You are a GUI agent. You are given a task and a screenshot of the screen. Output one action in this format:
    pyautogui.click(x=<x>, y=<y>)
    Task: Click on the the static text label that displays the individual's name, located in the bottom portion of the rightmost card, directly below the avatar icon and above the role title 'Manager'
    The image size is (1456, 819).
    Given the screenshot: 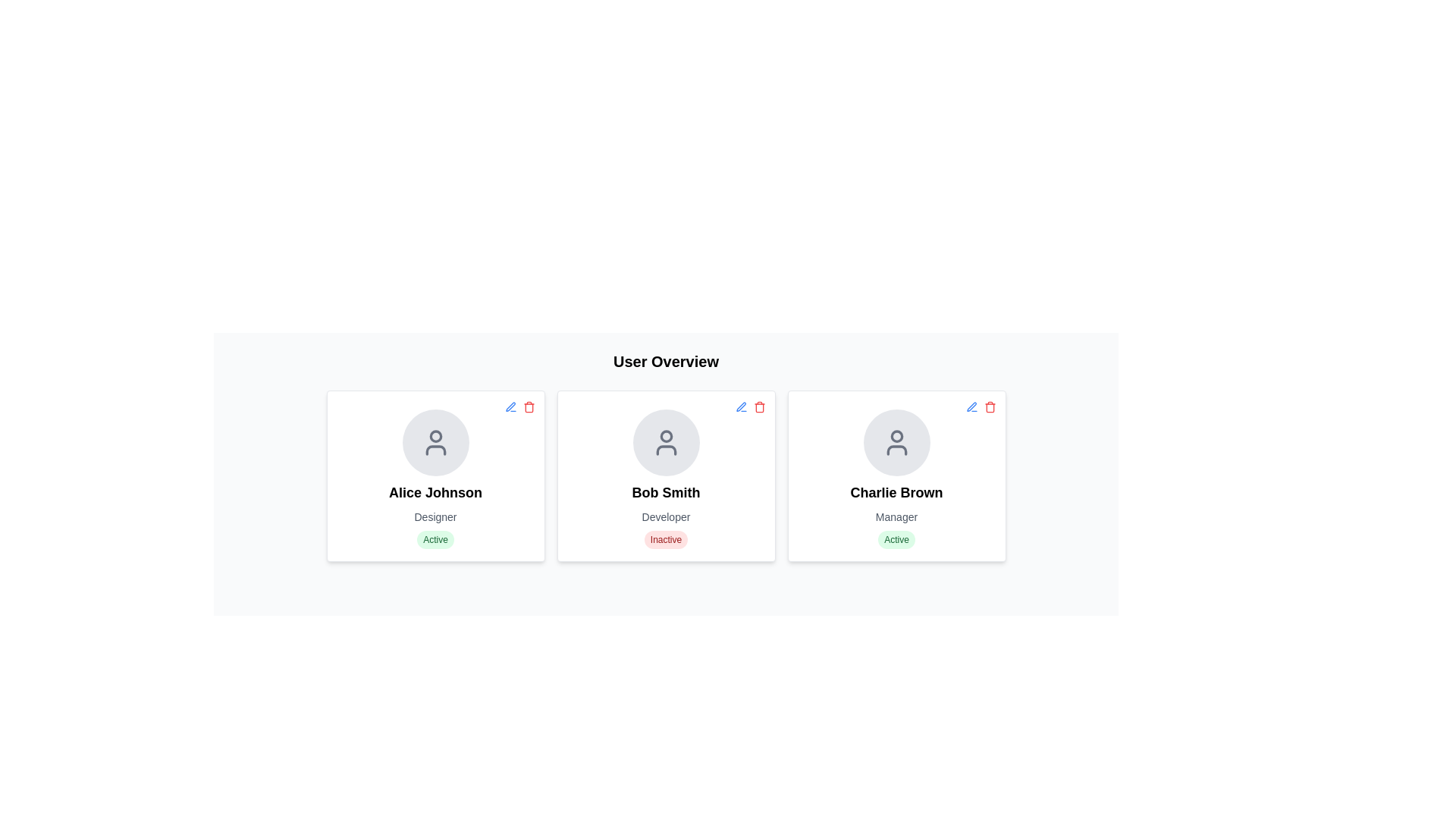 What is the action you would take?
    pyautogui.click(x=896, y=493)
    